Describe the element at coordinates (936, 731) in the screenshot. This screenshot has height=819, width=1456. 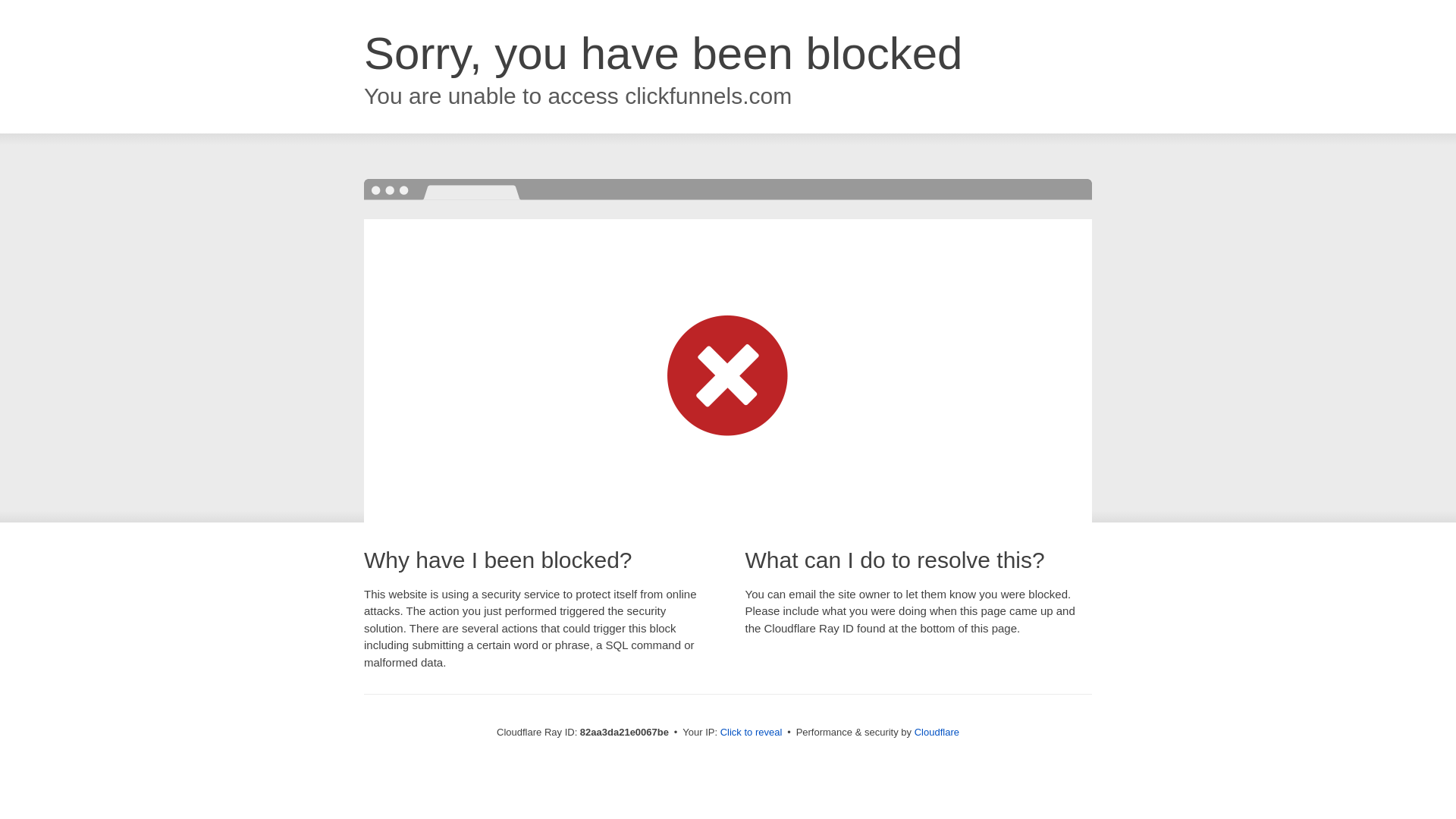
I see `'Cloudflare'` at that location.